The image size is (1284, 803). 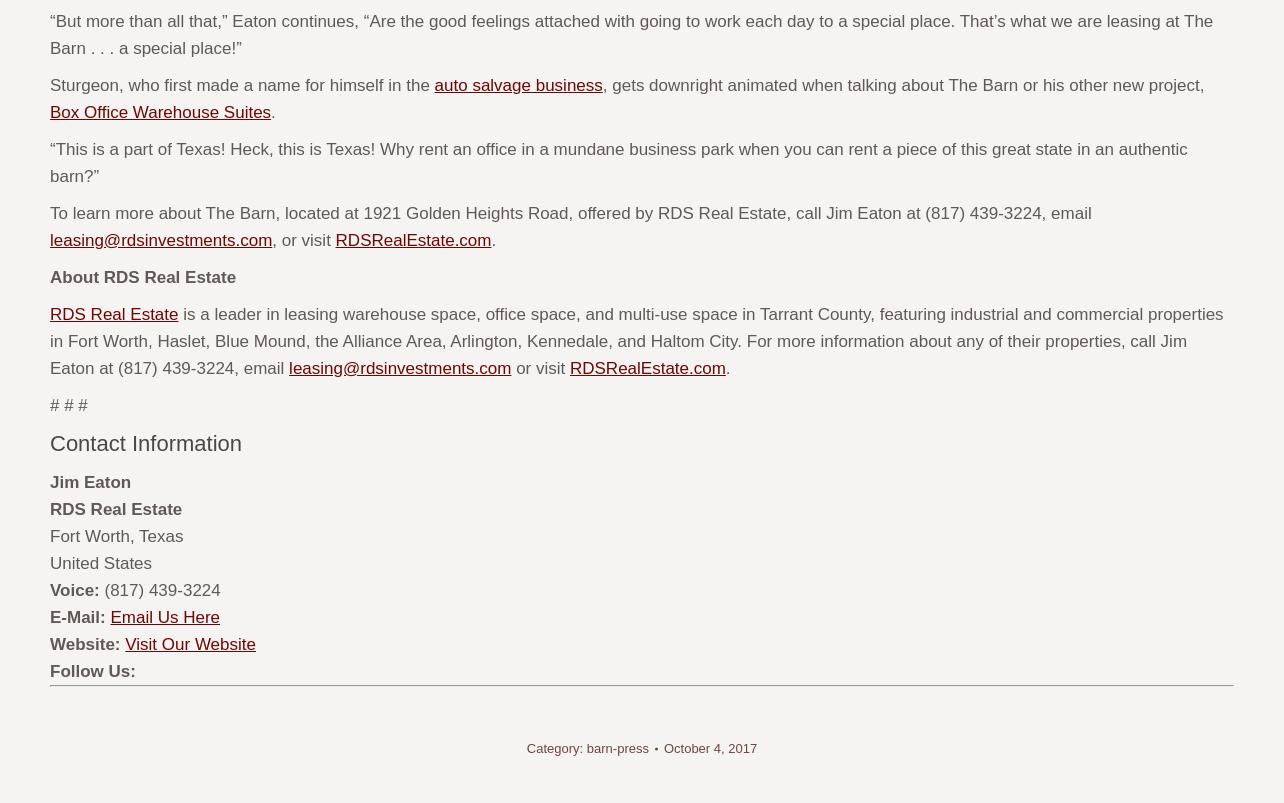 I want to click on 'Visit Our Website', so click(x=189, y=644).